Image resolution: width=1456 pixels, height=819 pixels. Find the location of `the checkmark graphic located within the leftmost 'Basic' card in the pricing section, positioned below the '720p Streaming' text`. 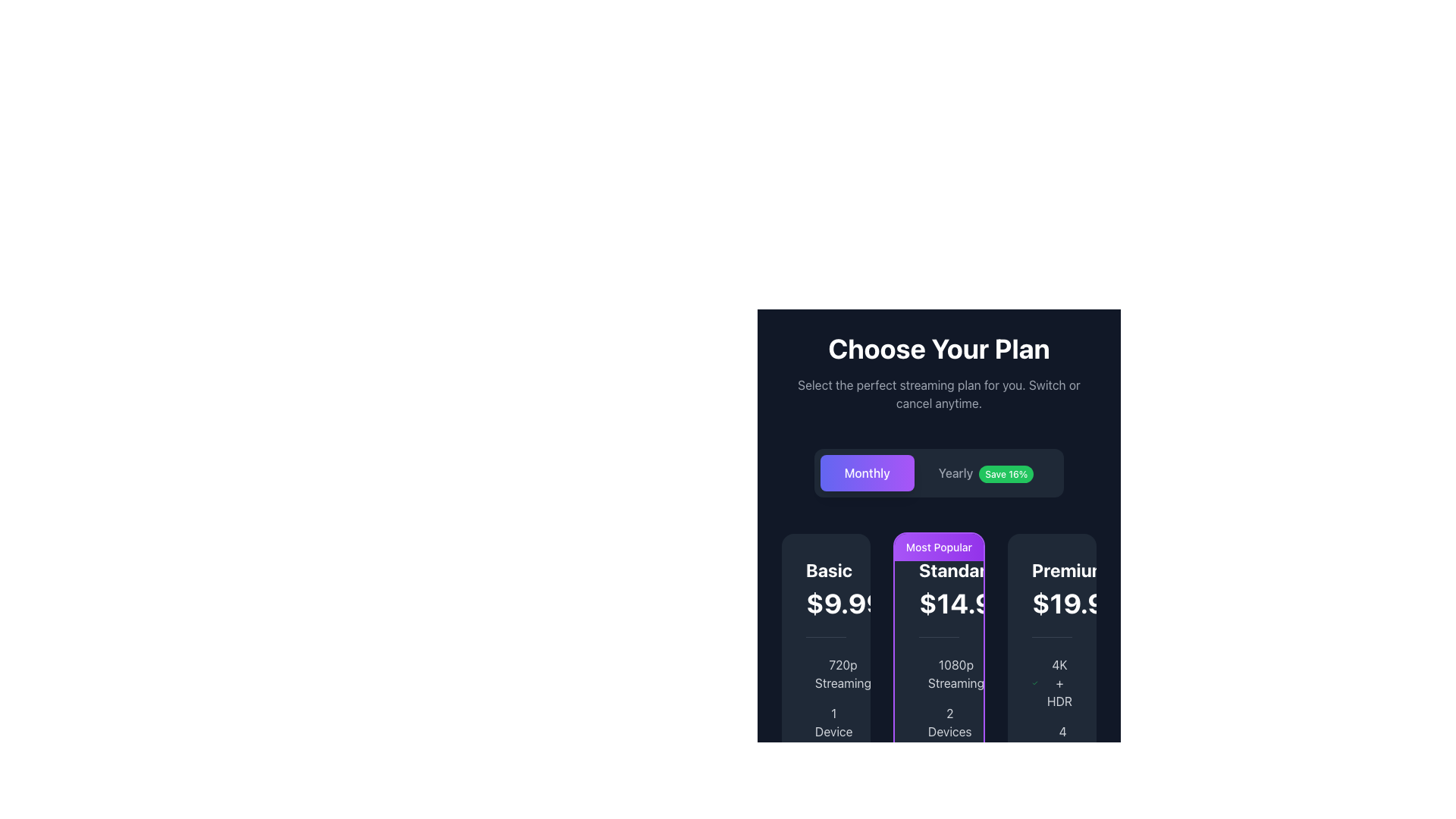

the checkmark graphic located within the leftmost 'Basic' card in the pricing section, positioned below the '720p Streaming' text is located at coordinates (814, 674).